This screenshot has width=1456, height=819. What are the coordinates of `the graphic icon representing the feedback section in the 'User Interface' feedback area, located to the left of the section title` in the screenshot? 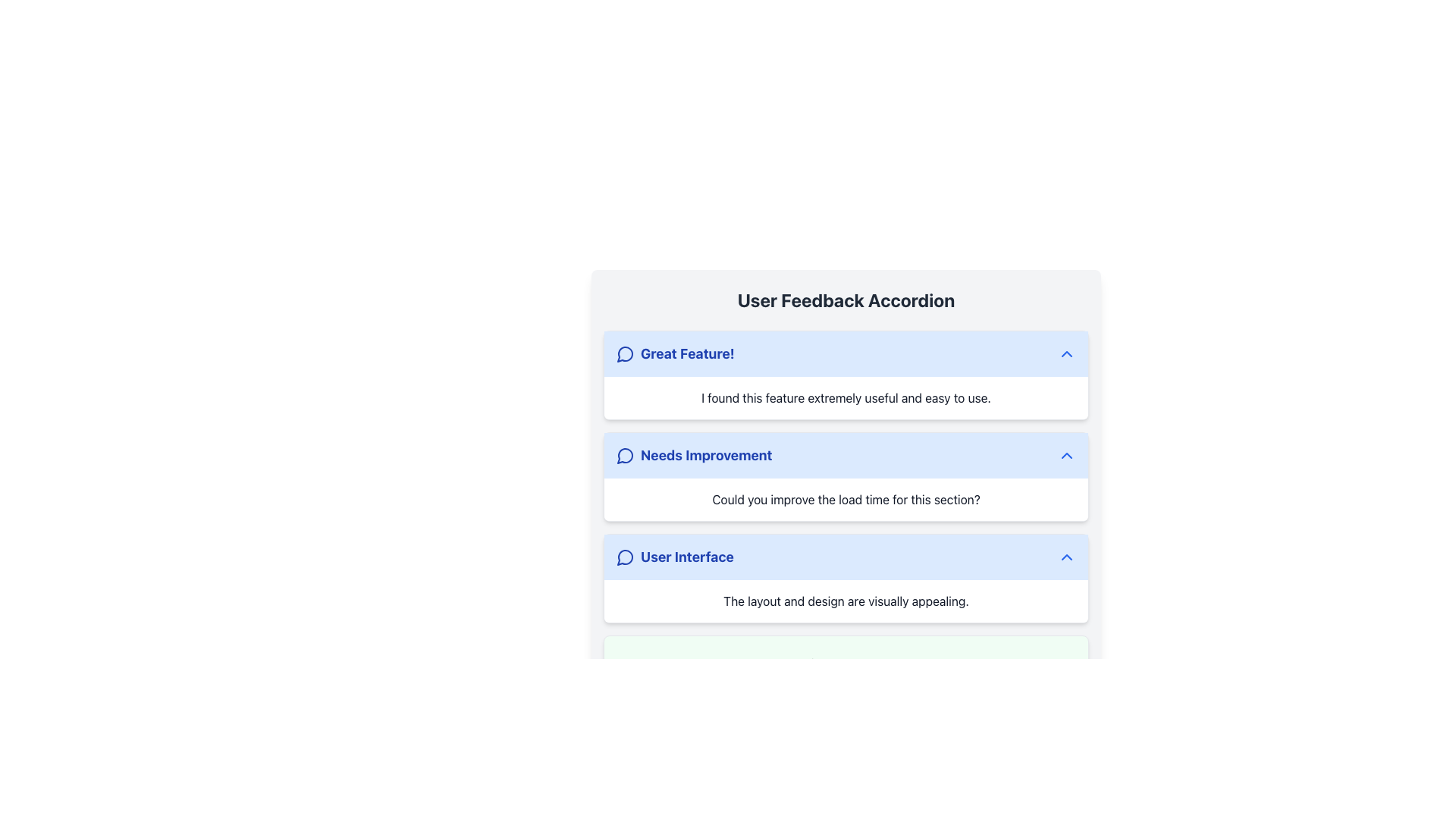 It's located at (625, 557).